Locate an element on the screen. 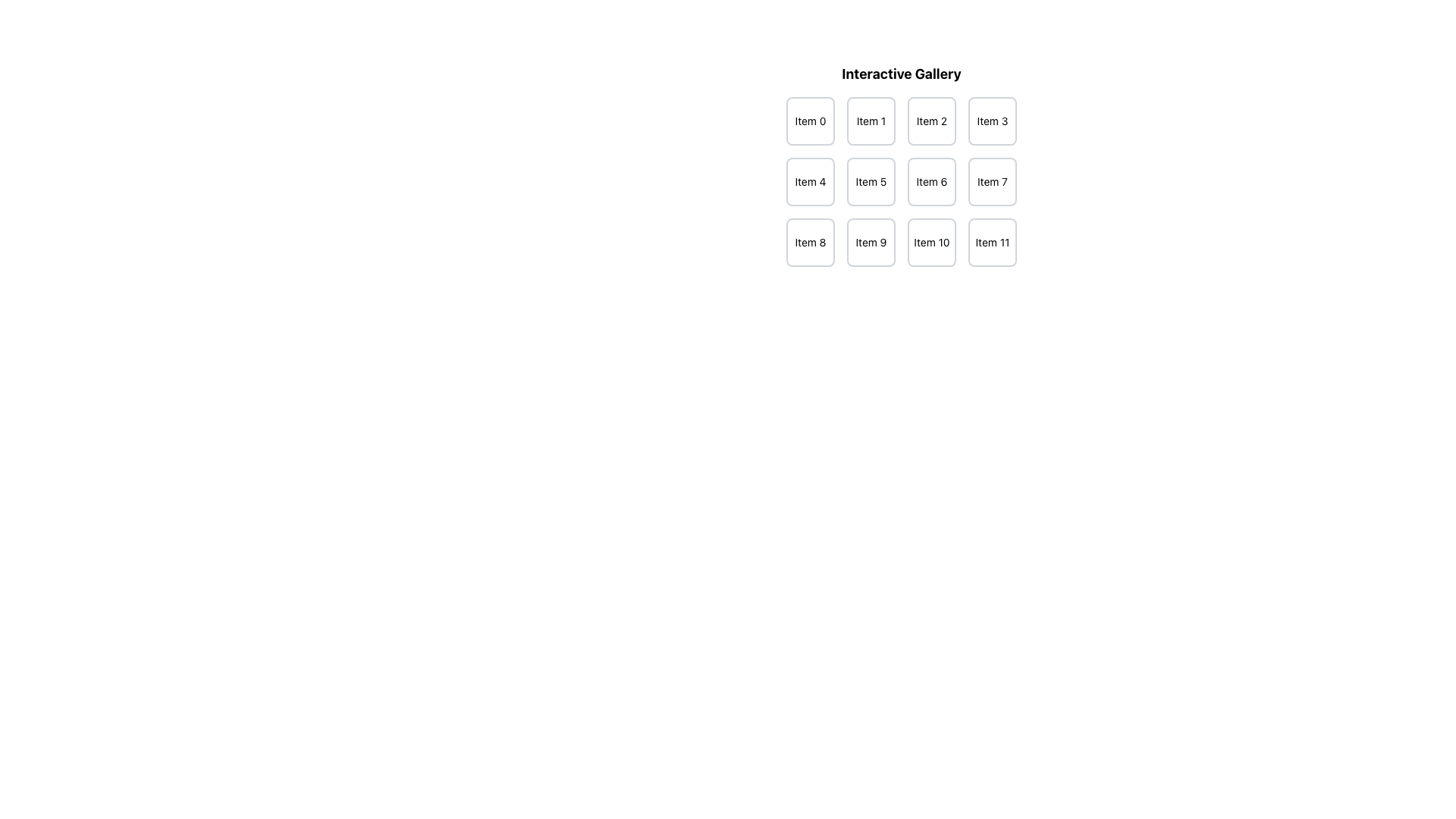 The width and height of the screenshot is (1456, 819). the first selectable item in the interactive grid gallery is located at coordinates (810, 120).